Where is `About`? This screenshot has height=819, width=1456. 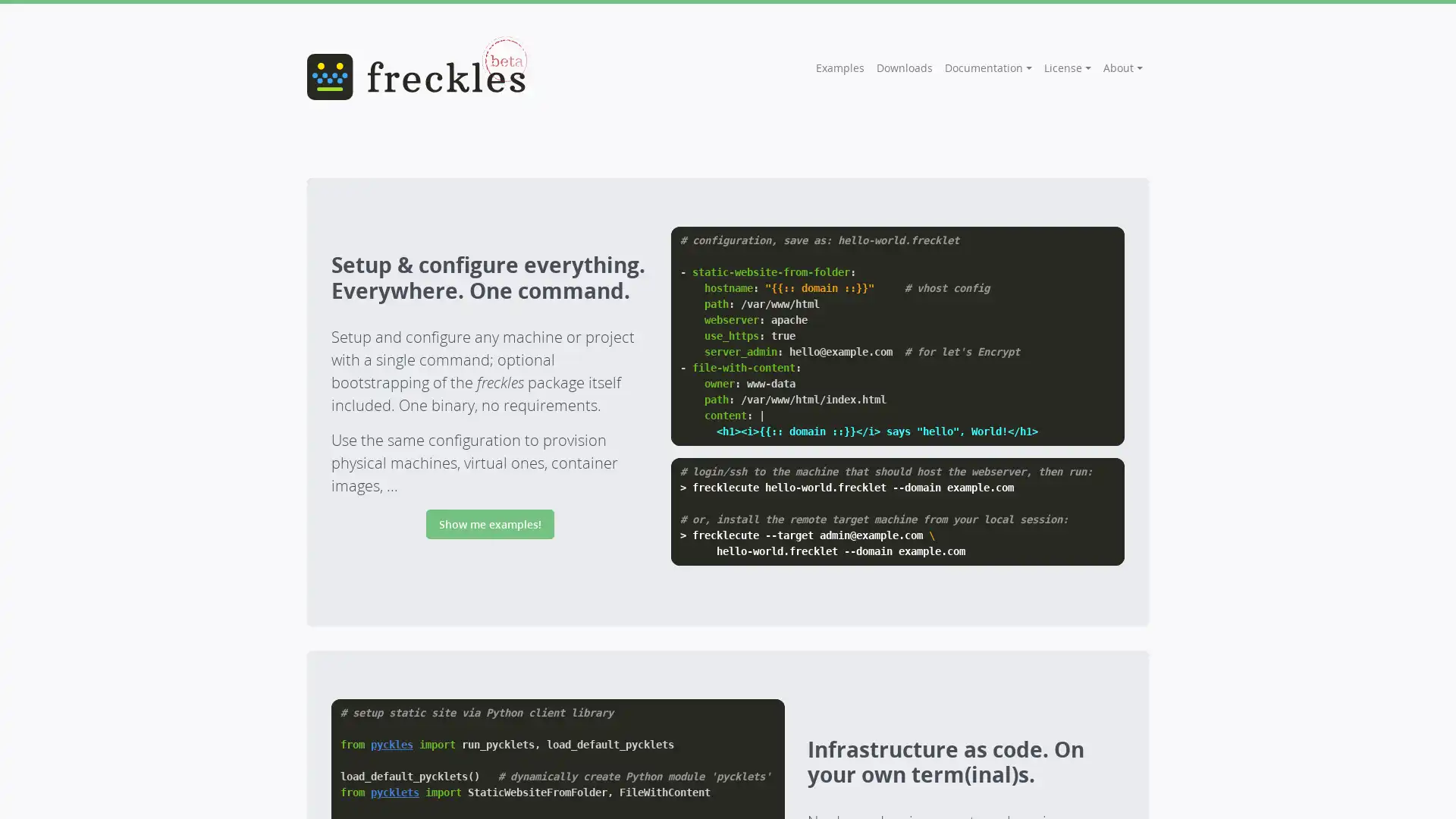 About is located at coordinates (1123, 67).